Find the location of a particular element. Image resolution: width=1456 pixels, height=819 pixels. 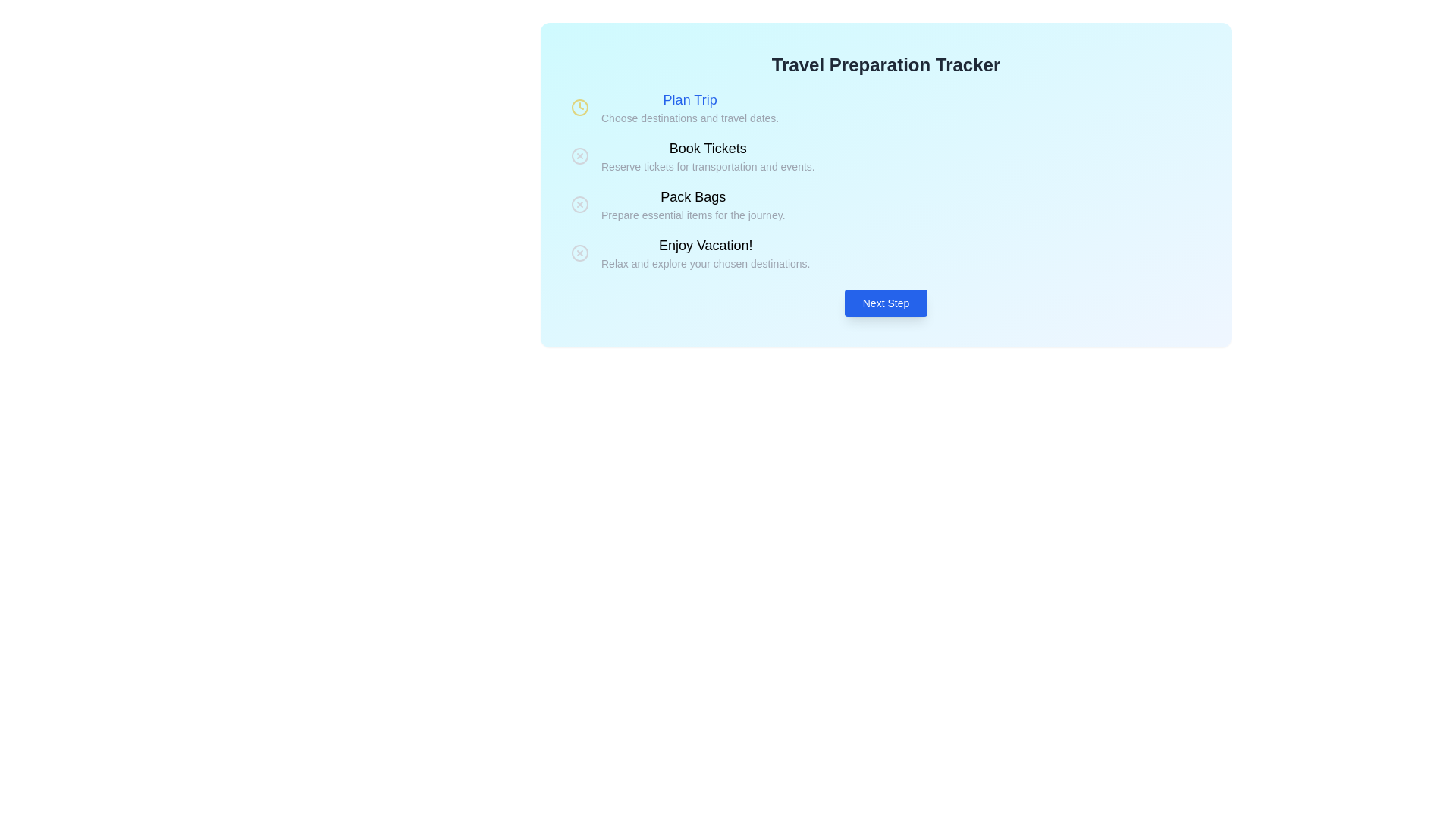

text content of the first element in the 'Travel Preparation Tracker' list, which provides instructions for planning a trip including selecting destinations and dates is located at coordinates (689, 107).